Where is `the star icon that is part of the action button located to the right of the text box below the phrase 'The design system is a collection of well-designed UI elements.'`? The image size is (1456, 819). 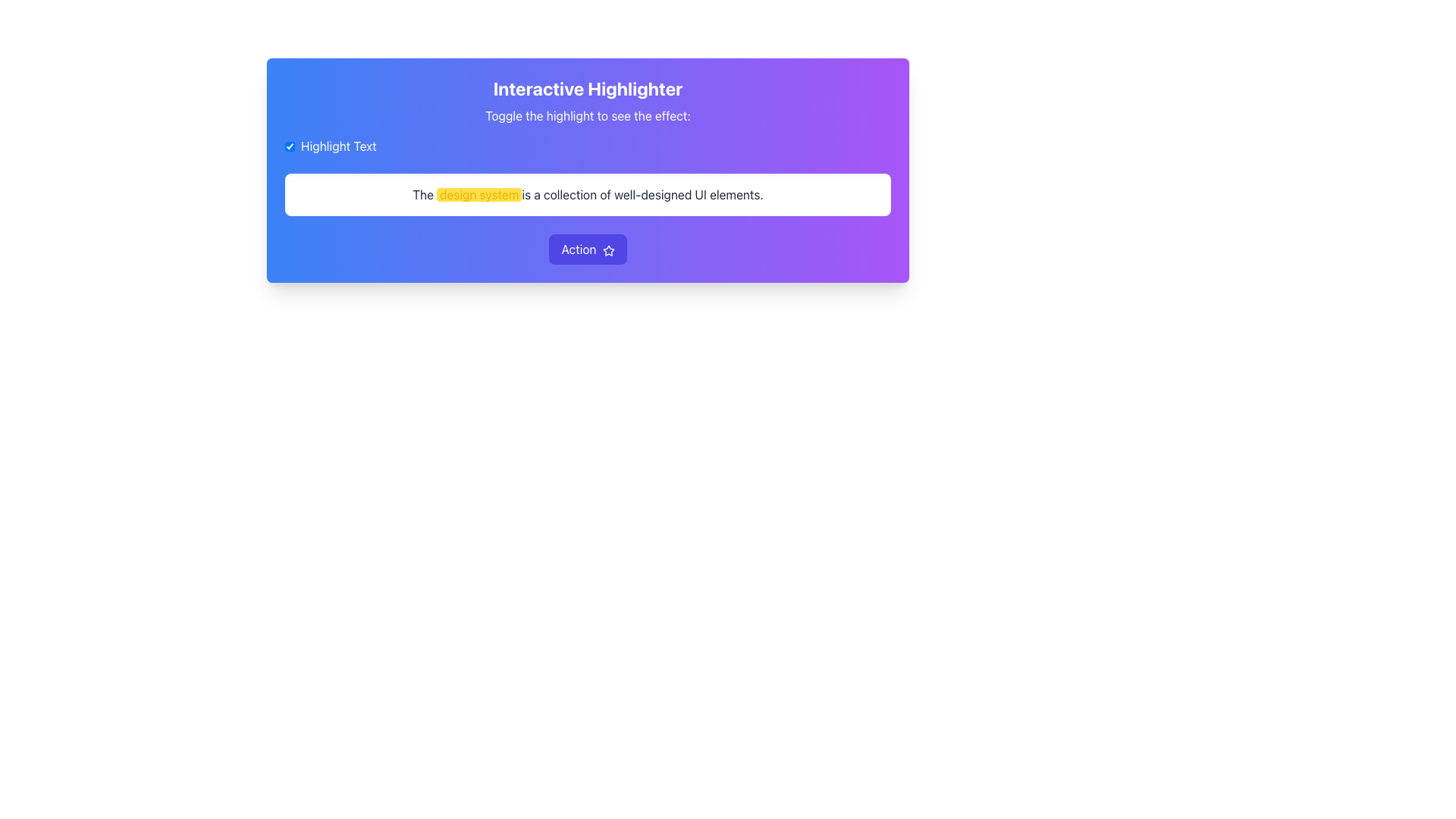 the star icon that is part of the action button located to the right of the text box below the phrase 'The design system is a collection of well-designed UI elements.' is located at coordinates (608, 249).